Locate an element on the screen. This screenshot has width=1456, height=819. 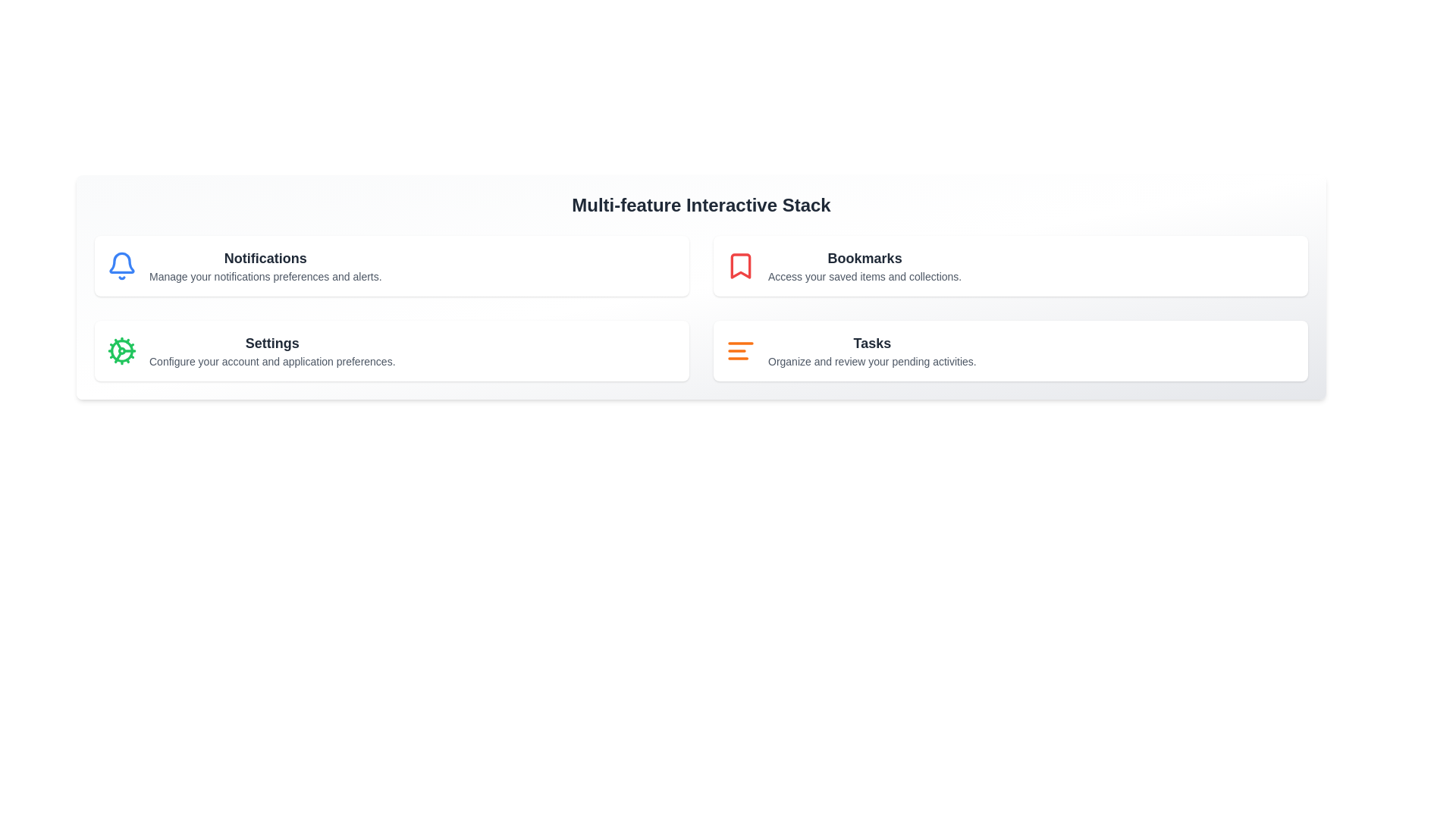
the Information card, which is the third card in a four-card grid layout, located in the bottom-left corner beneath the Notifications card and to the left of the Tasks card is located at coordinates (392, 350).